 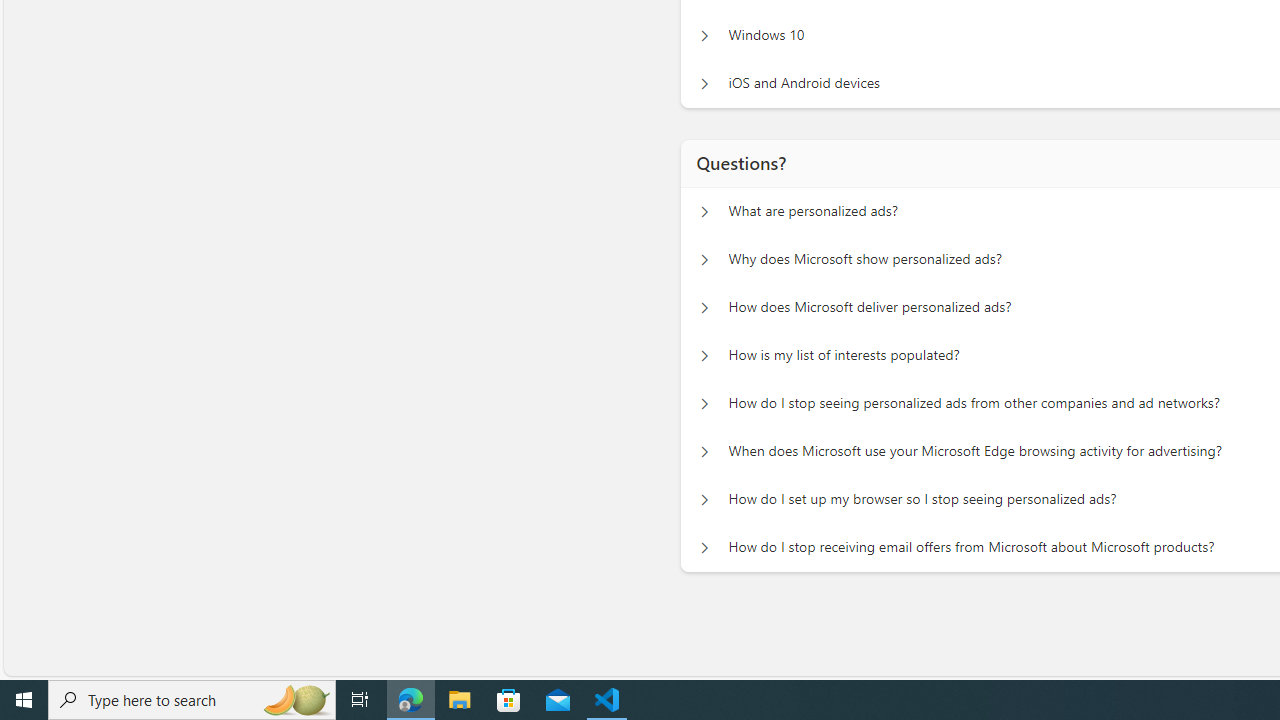 What do you see at coordinates (704, 355) in the screenshot?
I see `'Questions? How is my list of interests populated?'` at bounding box center [704, 355].